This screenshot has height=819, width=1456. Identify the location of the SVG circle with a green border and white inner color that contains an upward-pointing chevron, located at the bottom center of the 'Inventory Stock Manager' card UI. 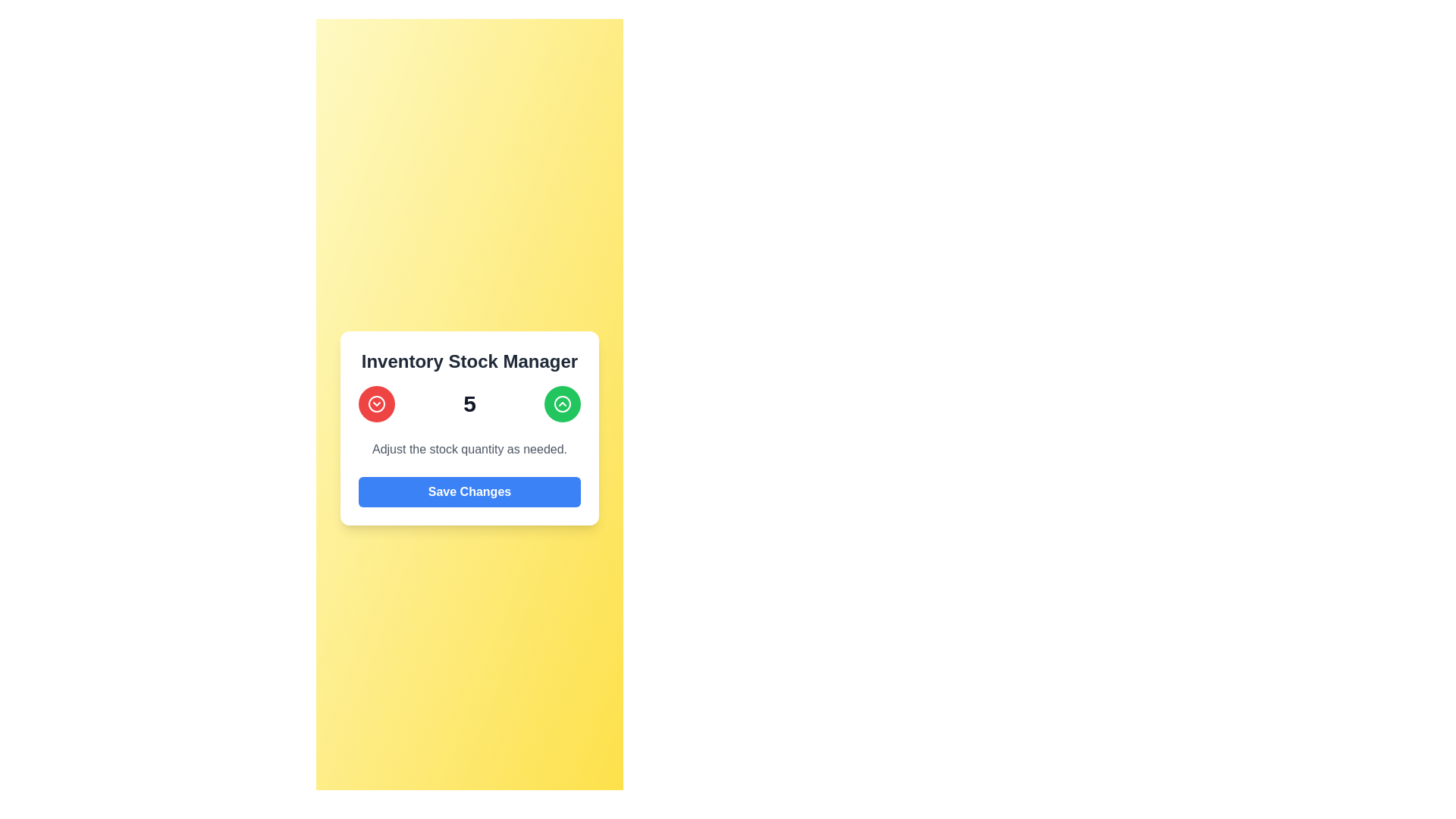
(562, 403).